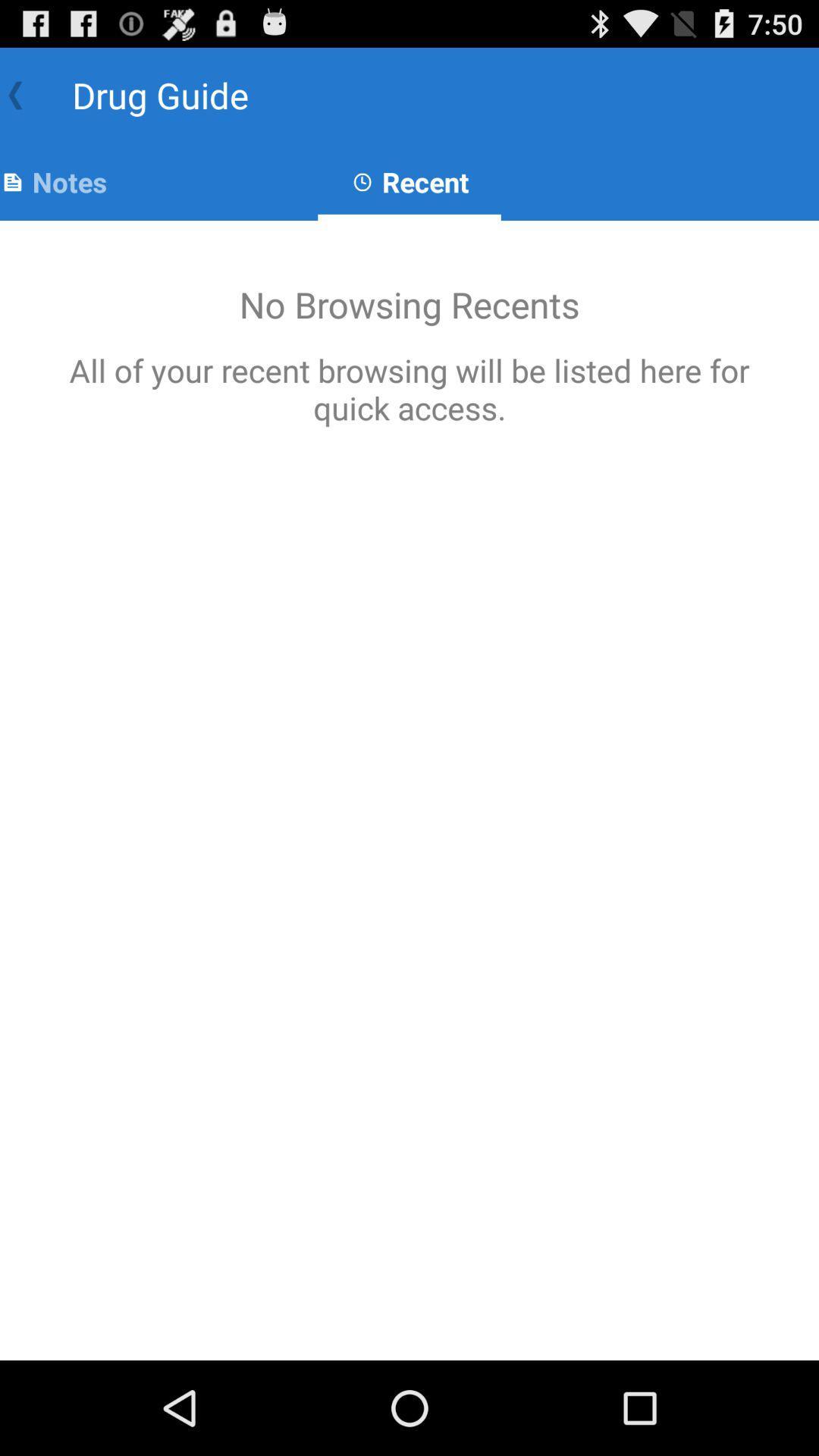 The image size is (819, 1456). Describe the element at coordinates (52, 182) in the screenshot. I see `the   notes` at that location.